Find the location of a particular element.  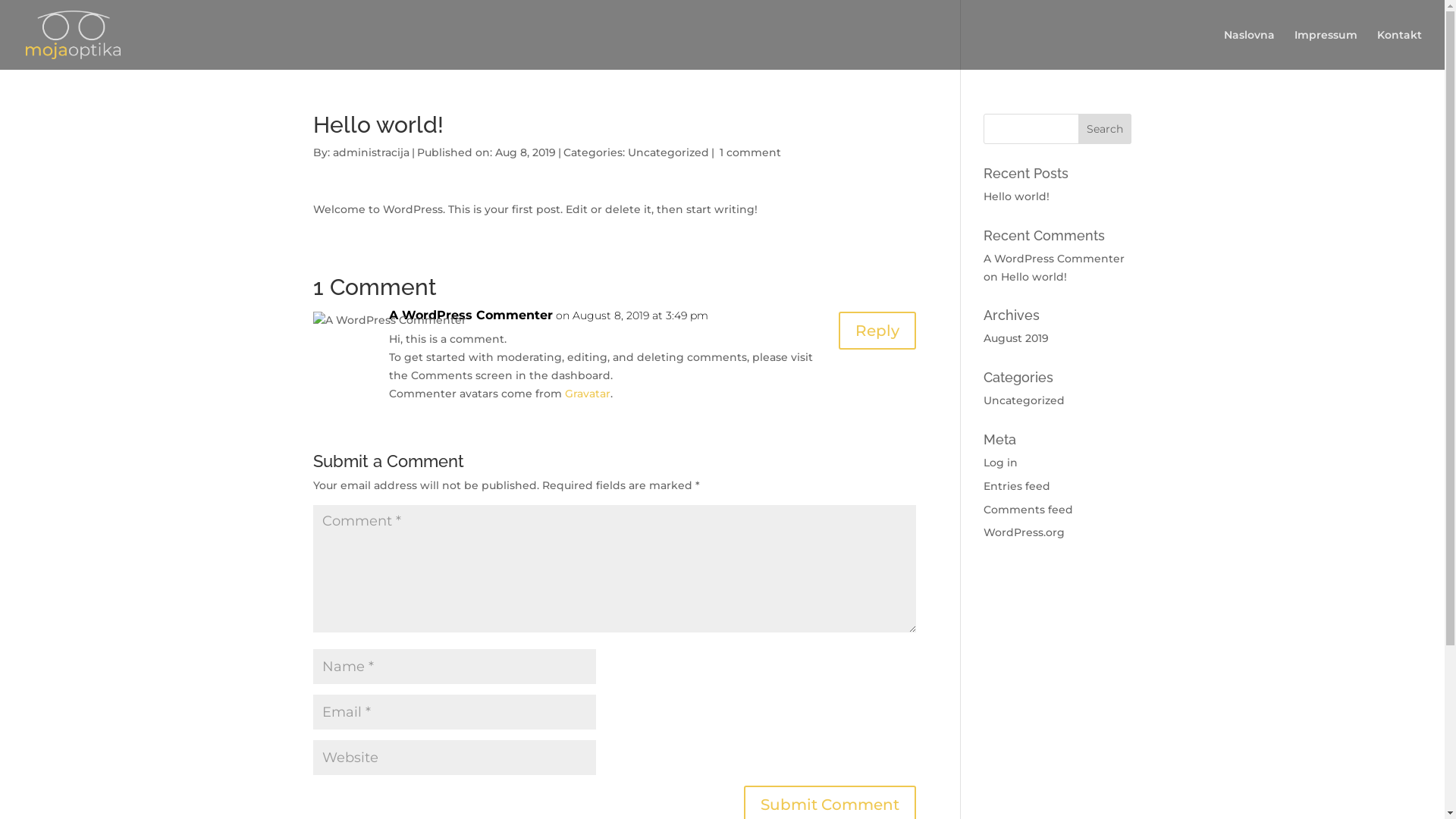

'Entries feed' is located at coordinates (1016, 485).